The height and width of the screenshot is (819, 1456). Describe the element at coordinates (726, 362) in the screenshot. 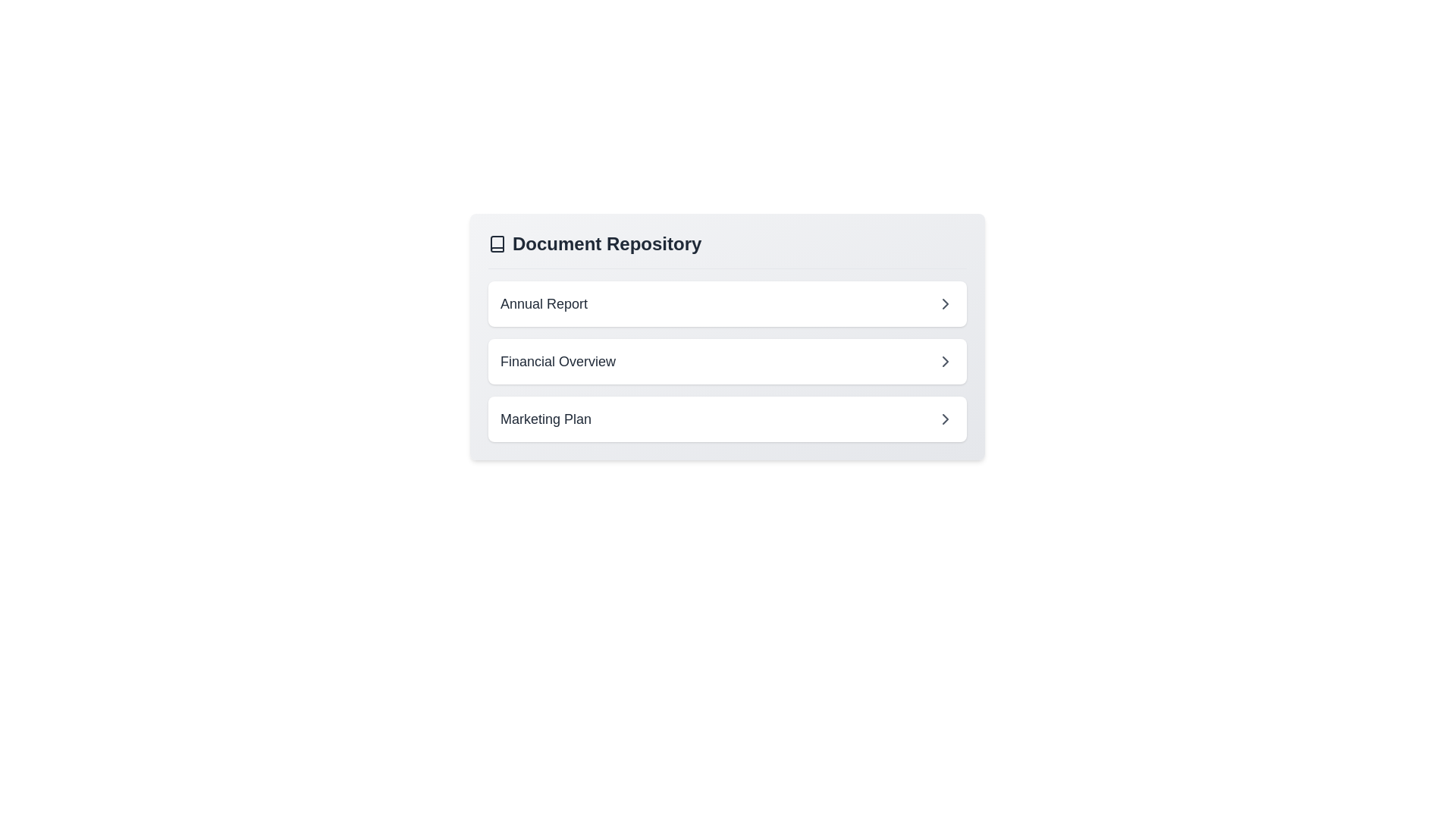

I see `the second card in the 'Document Repository' that navigates to the 'Financial Overview' section` at that location.